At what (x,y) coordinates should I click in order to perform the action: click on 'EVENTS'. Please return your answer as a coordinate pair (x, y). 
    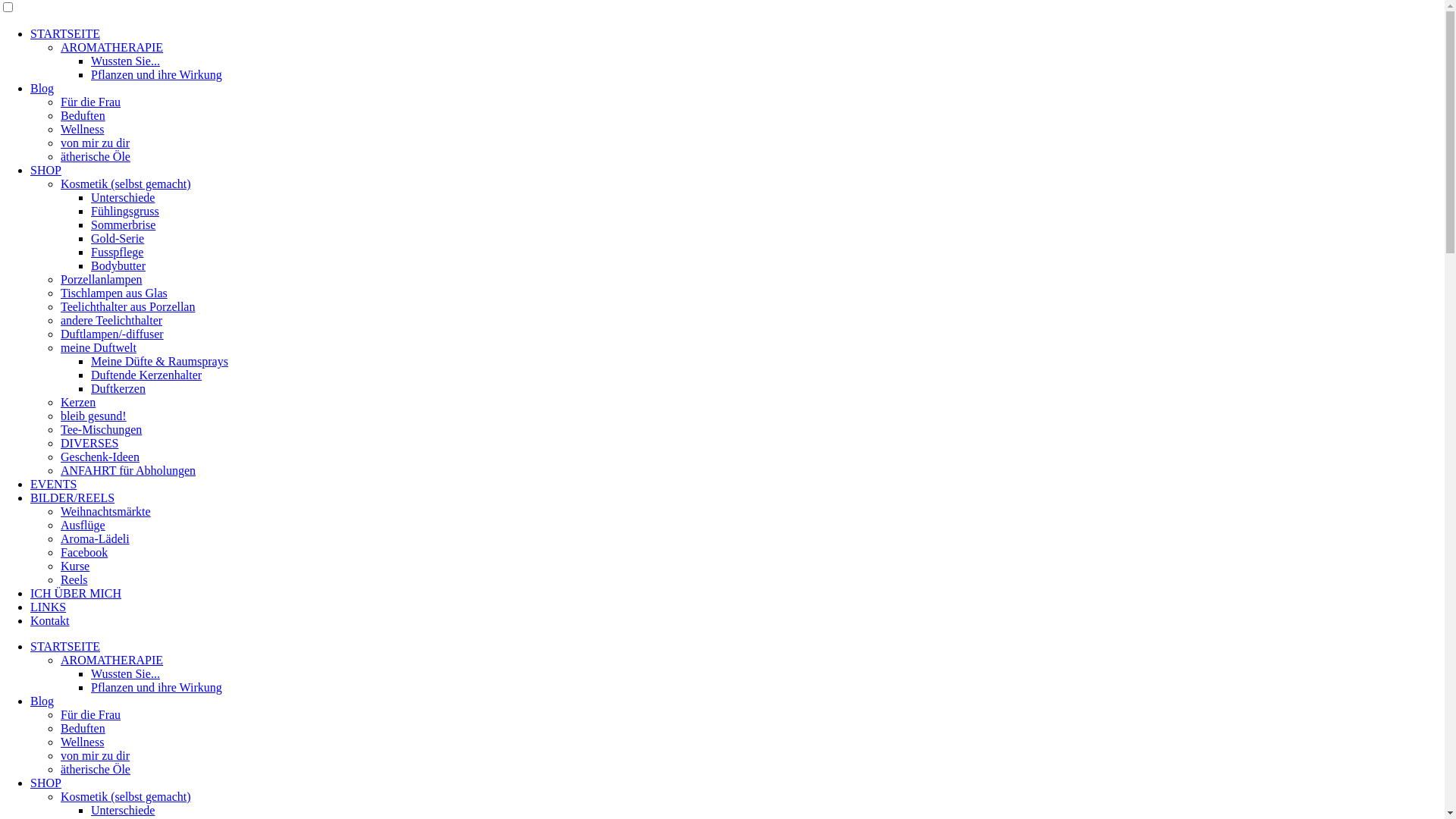
    Looking at the image, I should click on (53, 484).